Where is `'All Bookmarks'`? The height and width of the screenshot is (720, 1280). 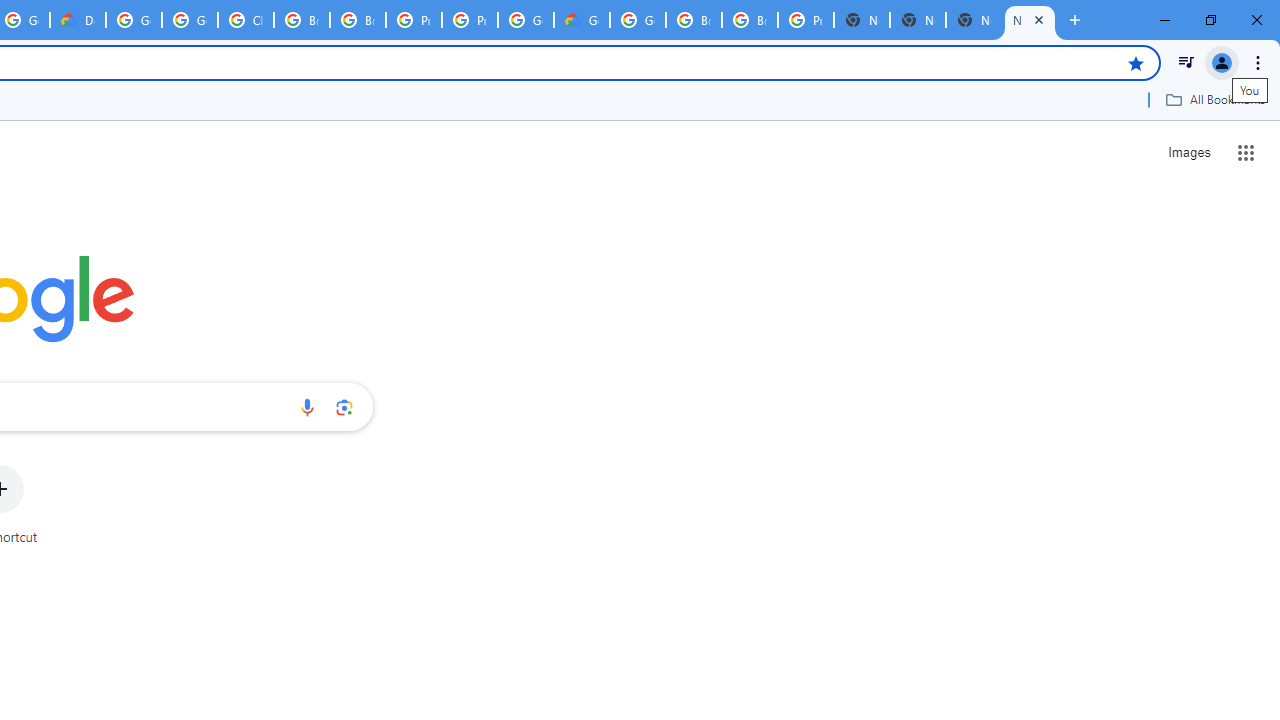
'All Bookmarks' is located at coordinates (1214, 99).